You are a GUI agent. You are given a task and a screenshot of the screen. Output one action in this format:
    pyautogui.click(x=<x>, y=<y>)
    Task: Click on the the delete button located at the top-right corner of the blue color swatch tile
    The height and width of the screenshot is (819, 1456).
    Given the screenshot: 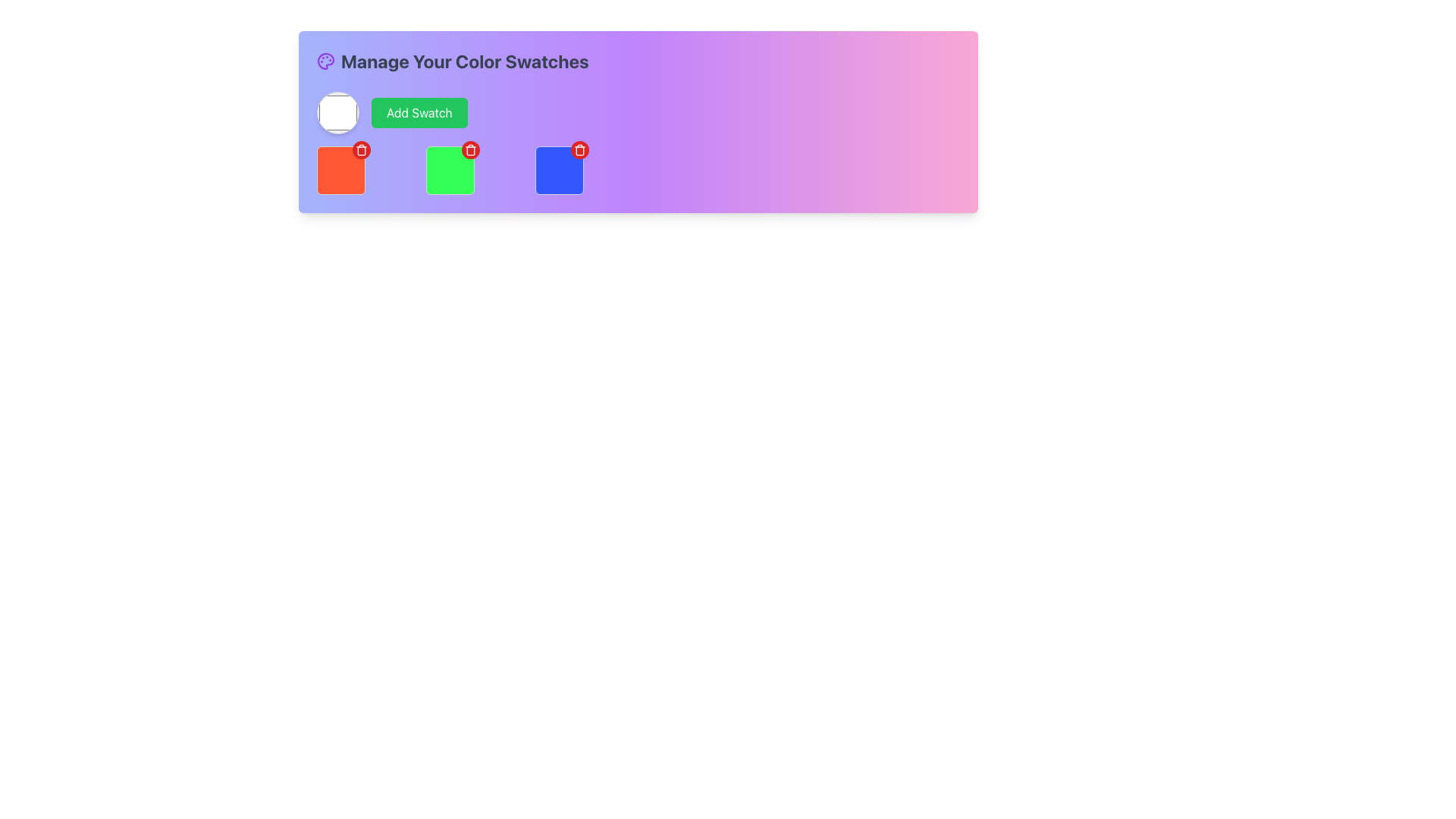 What is the action you would take?
    pyautogui.click(x=579, y=149)
    